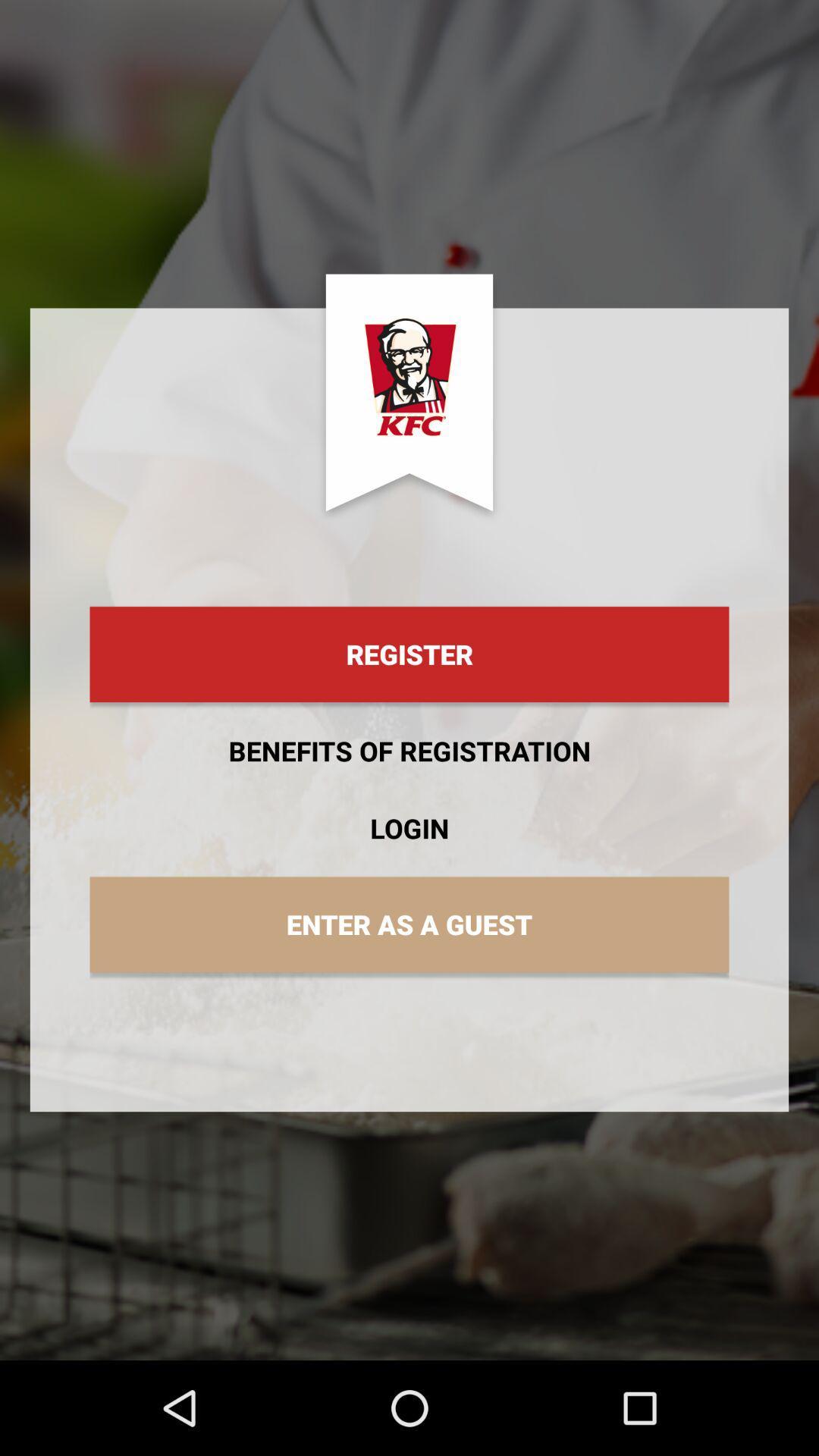 Image resolution: width=819 pixels, height=1456 pixels. I want to click on the login, so click(409, 827).